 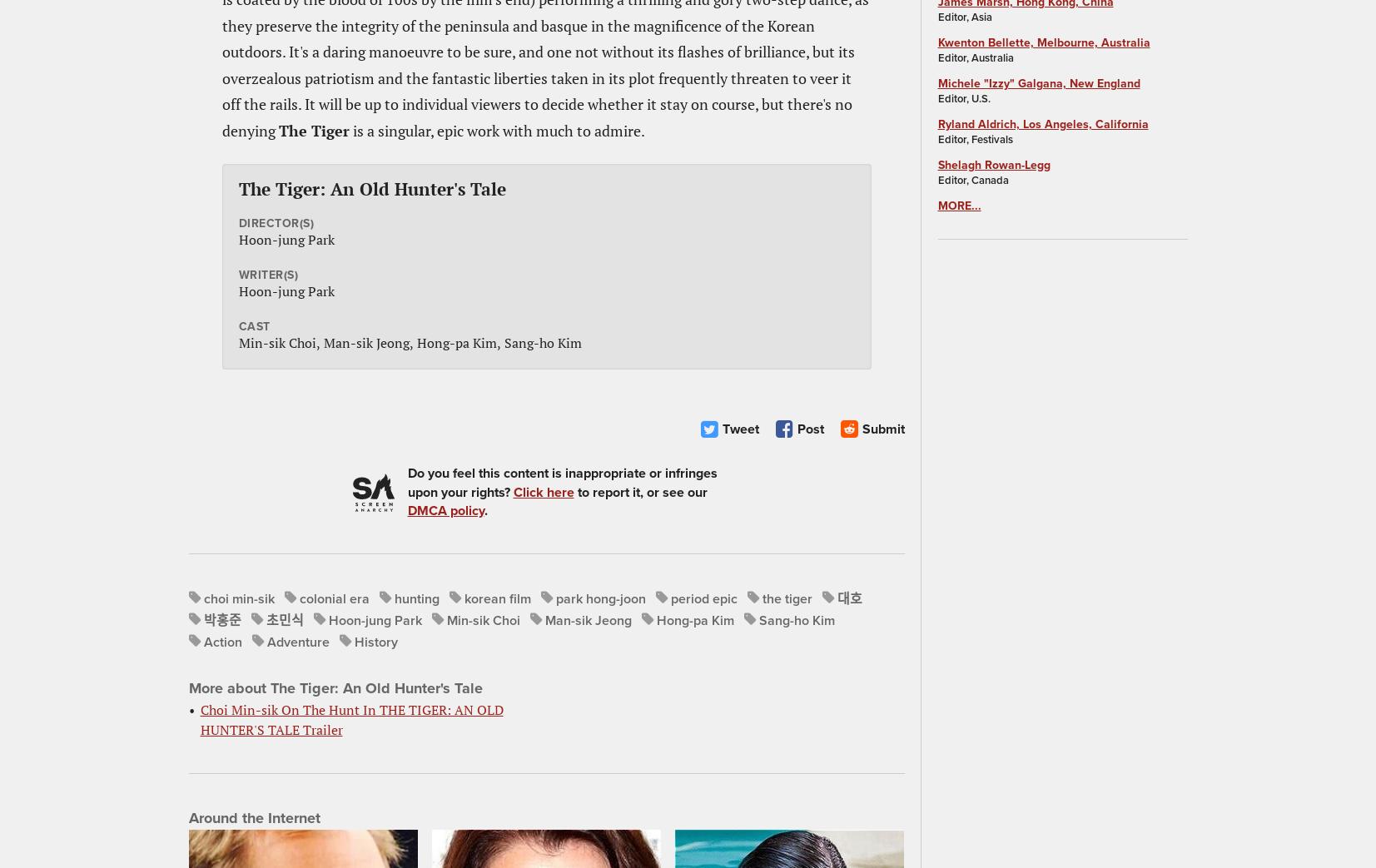 I want to click on 'Michele "Izzy" Galgana, New England', so click(x=937, y=82).